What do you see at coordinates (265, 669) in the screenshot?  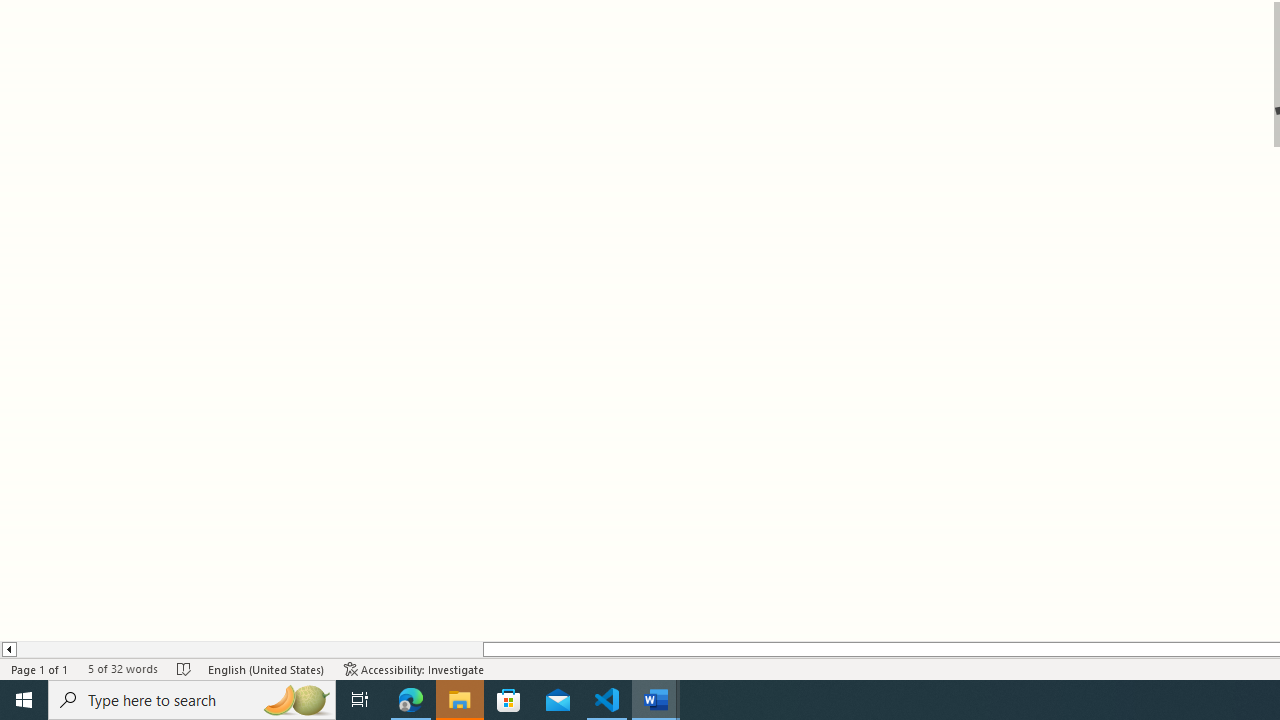 I see `'Language English (United States)'` at bounding box center [265, 669].